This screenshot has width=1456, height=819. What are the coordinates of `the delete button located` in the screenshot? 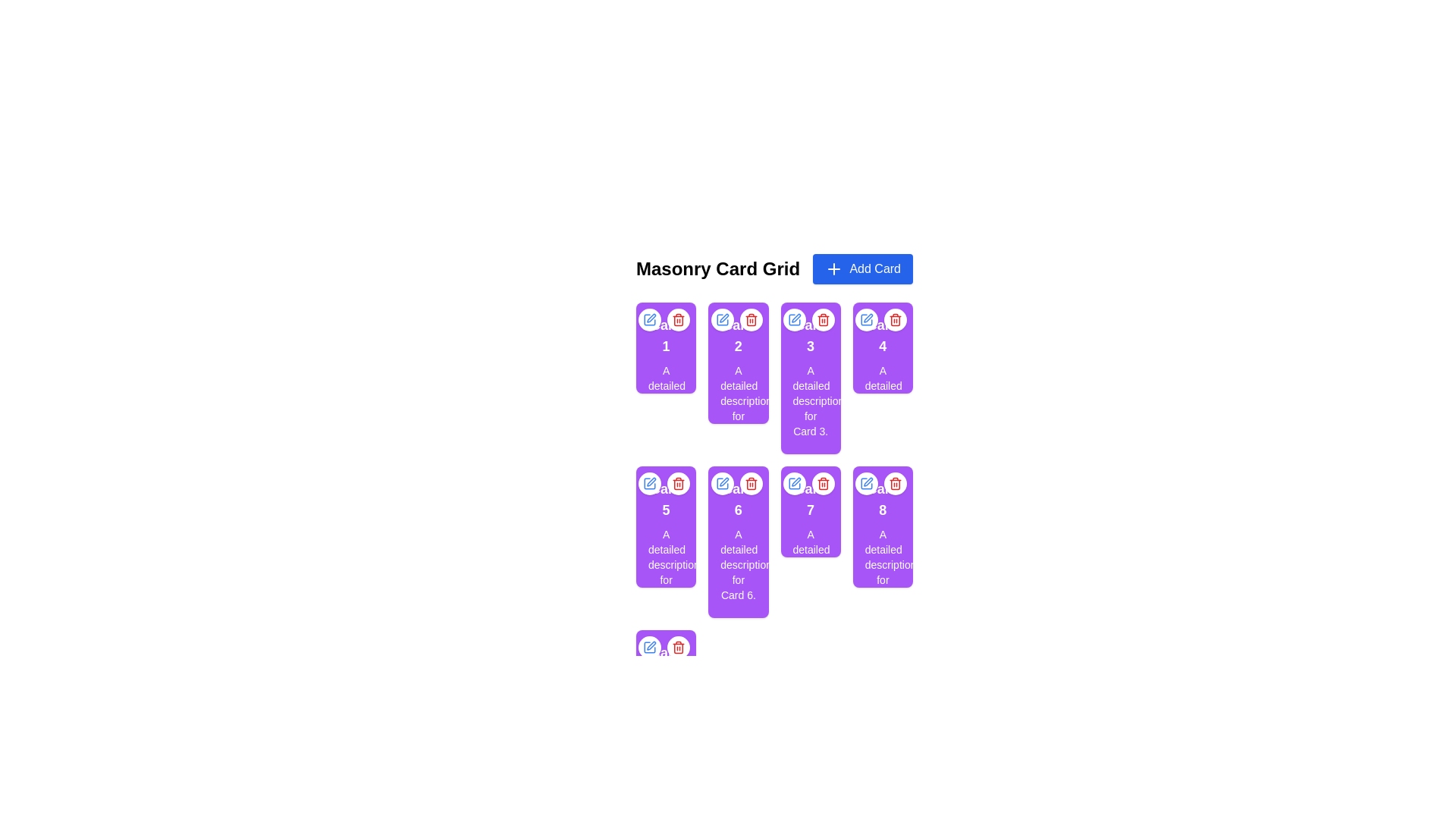 It's located at (822, 483).